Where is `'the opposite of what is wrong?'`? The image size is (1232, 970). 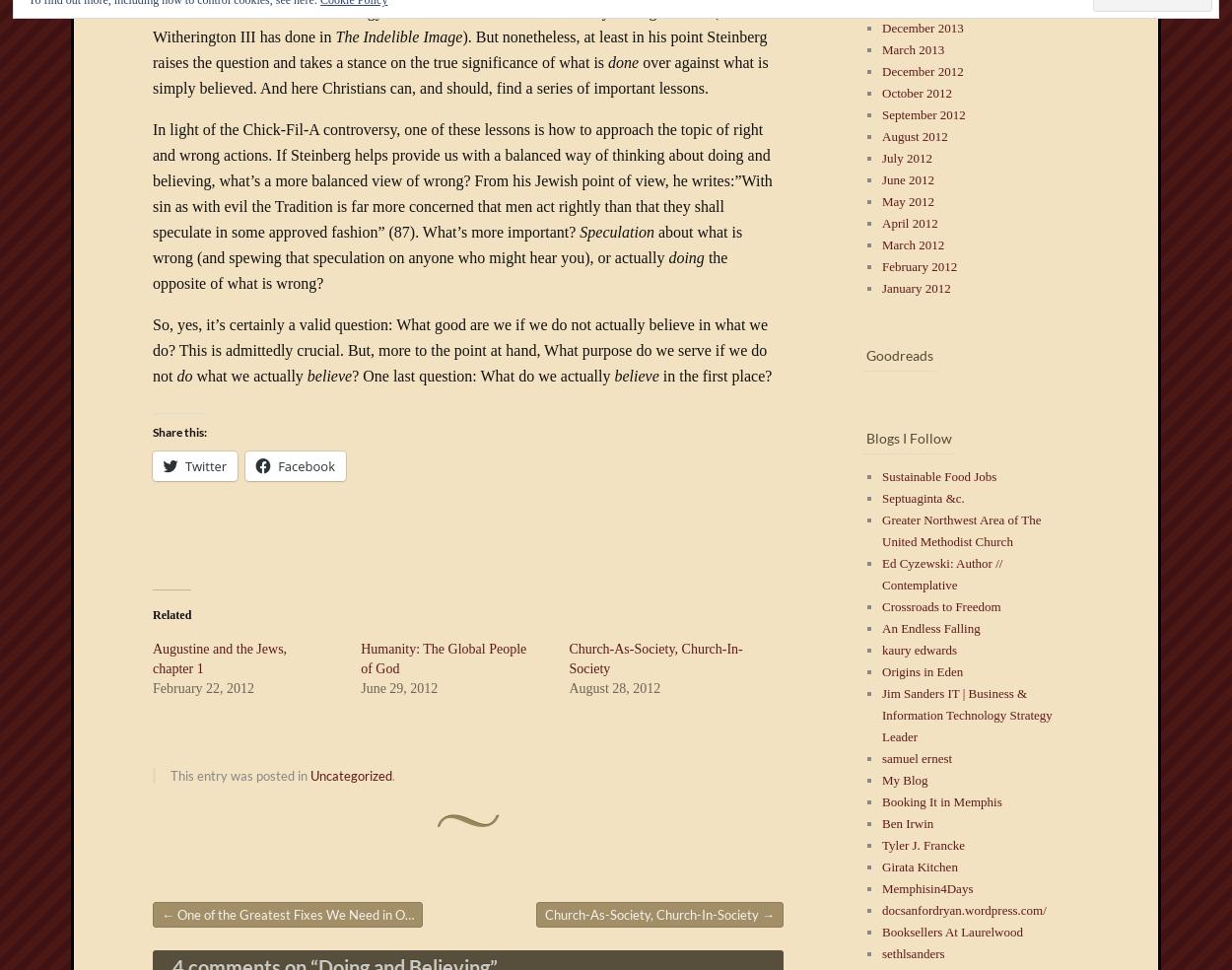
'the opposite of what is wrong?' is located at coordinates (439, 269).